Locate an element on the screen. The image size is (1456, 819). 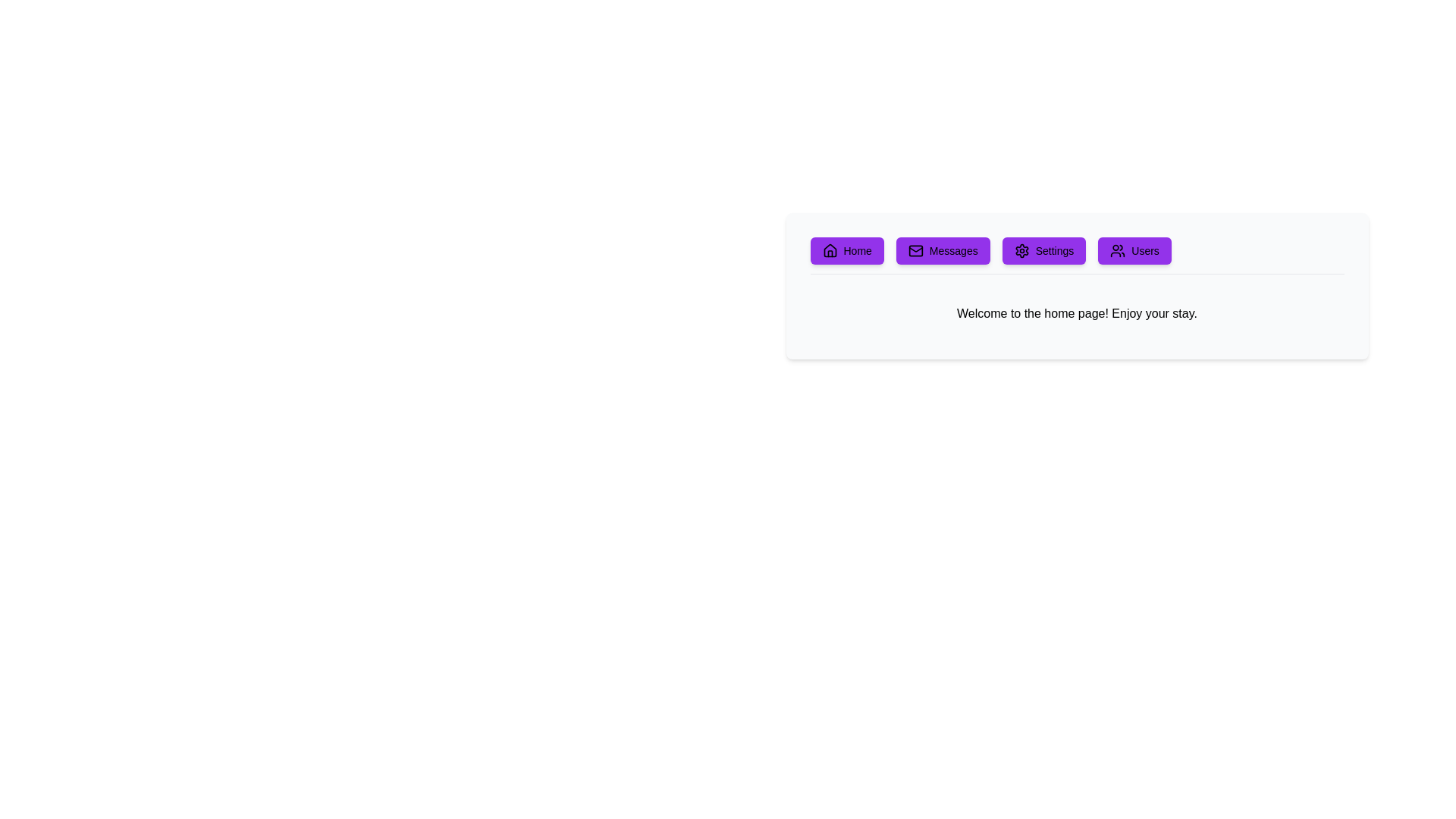
the 'Settings' button with a purple background and gear icon is located at coordinates (1043, 250).